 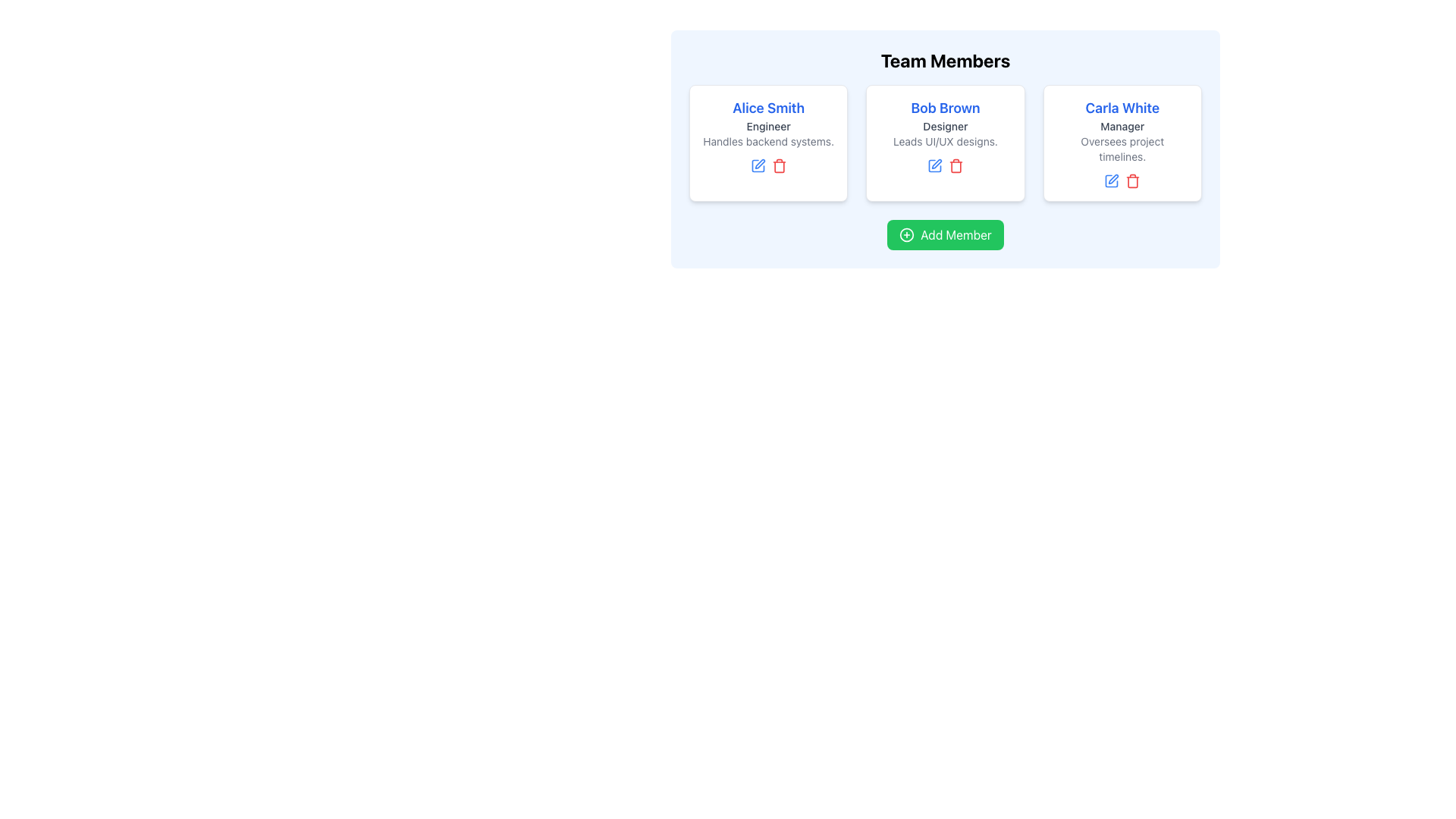 I want to click on the interactive action icons group located at the bottom of the card for 'Carla White', so click(x=1122, y=180).